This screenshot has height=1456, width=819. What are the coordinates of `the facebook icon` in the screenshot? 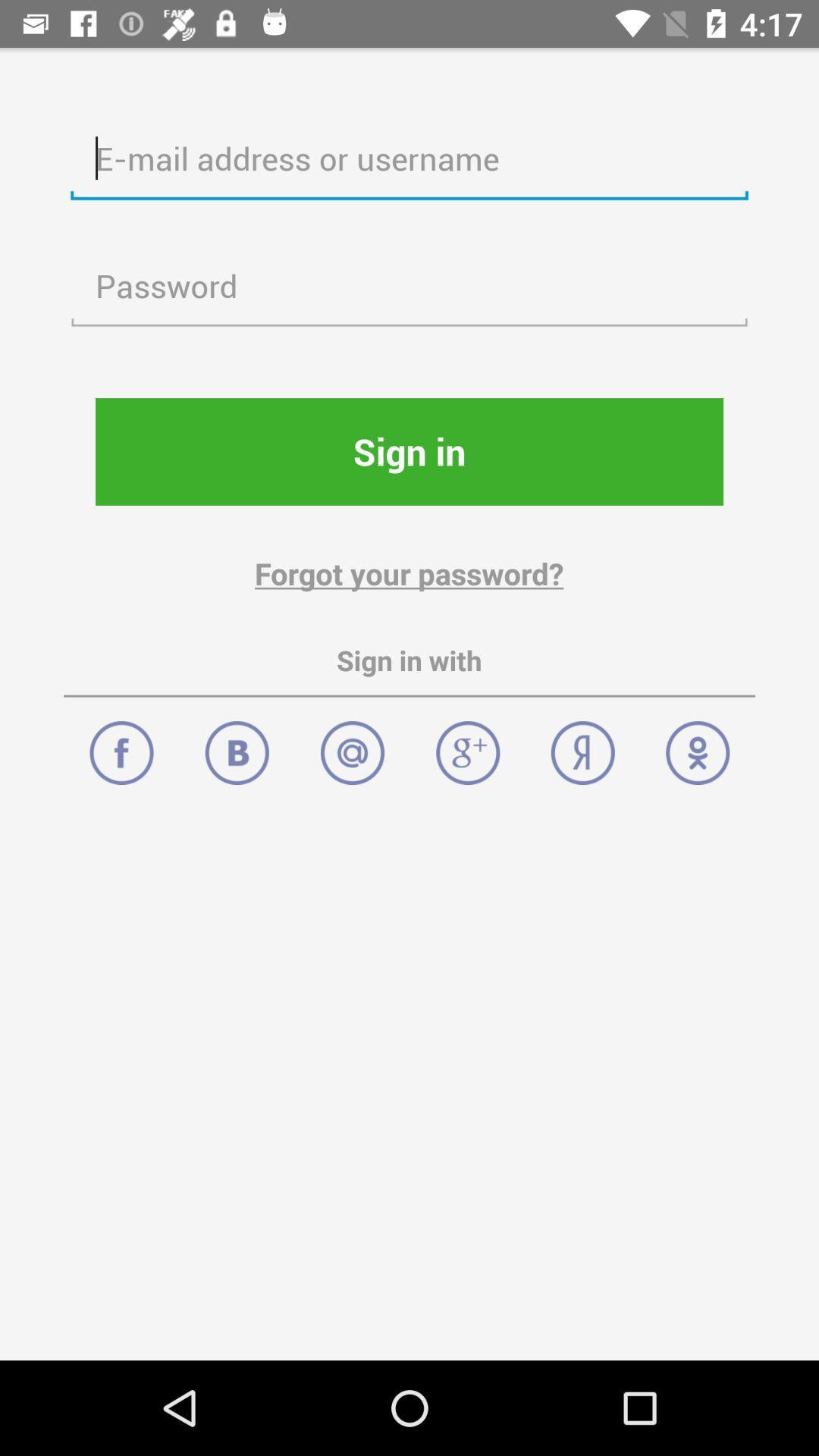 It's located at (121, 745).